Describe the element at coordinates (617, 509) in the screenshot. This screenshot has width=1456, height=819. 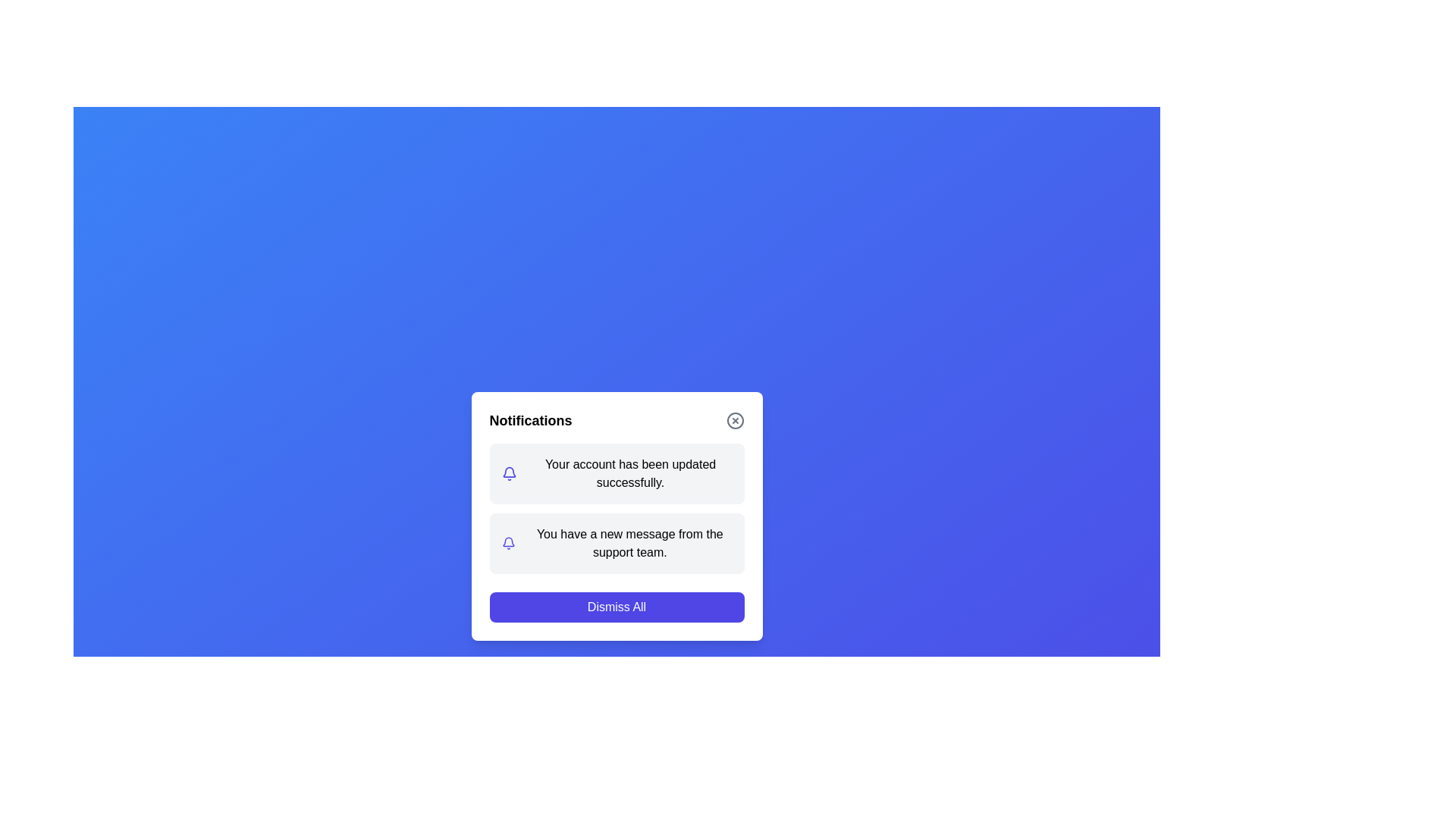
I see `the notification message located beneath the title 'Notifications' and above the 'Dismiss All' button by clicking on the text content block` at that location.